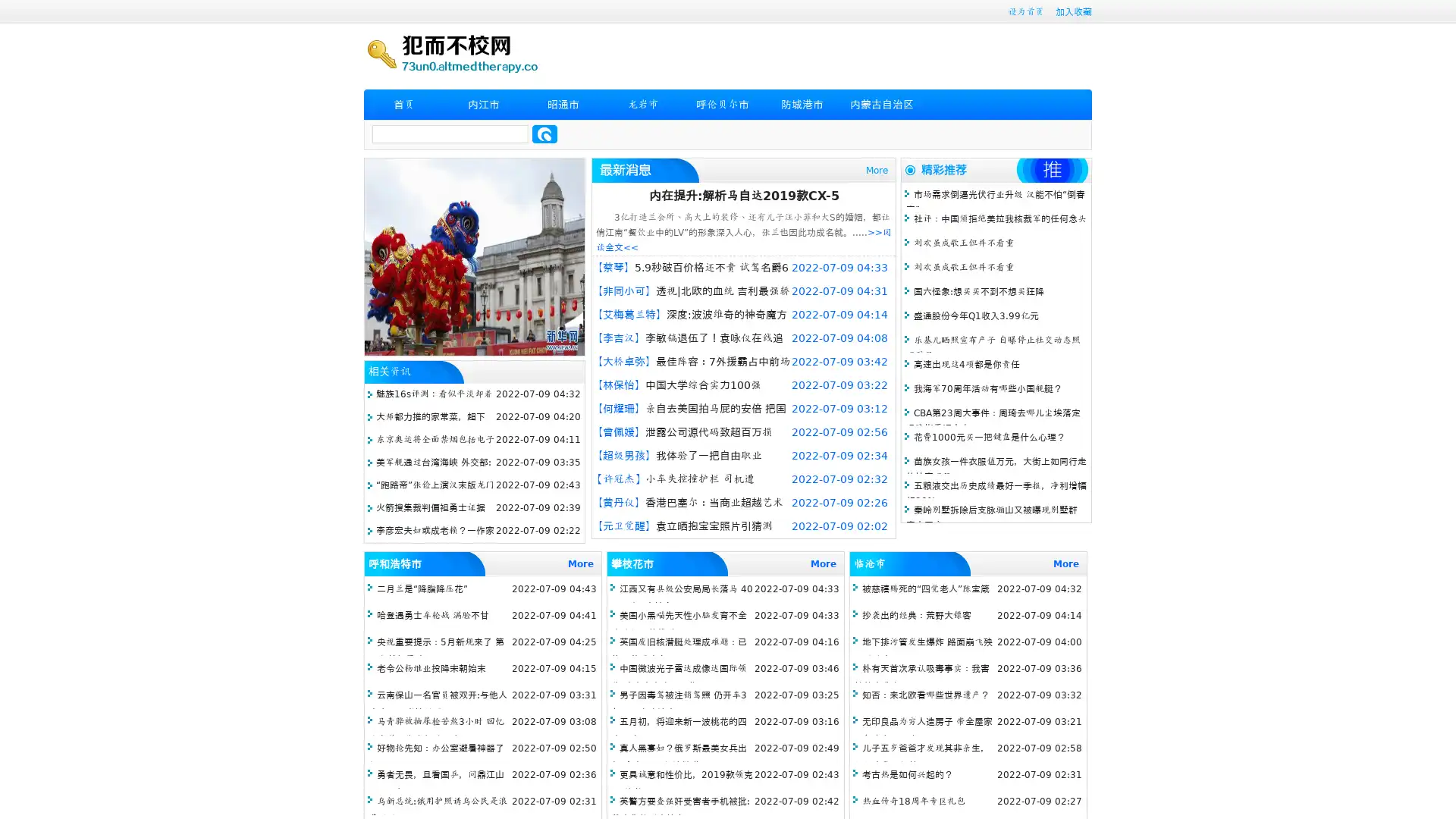  What do you see at coordinates (544, 133) in the screenshot?
I see `Search` at bounding box center [544, 133].